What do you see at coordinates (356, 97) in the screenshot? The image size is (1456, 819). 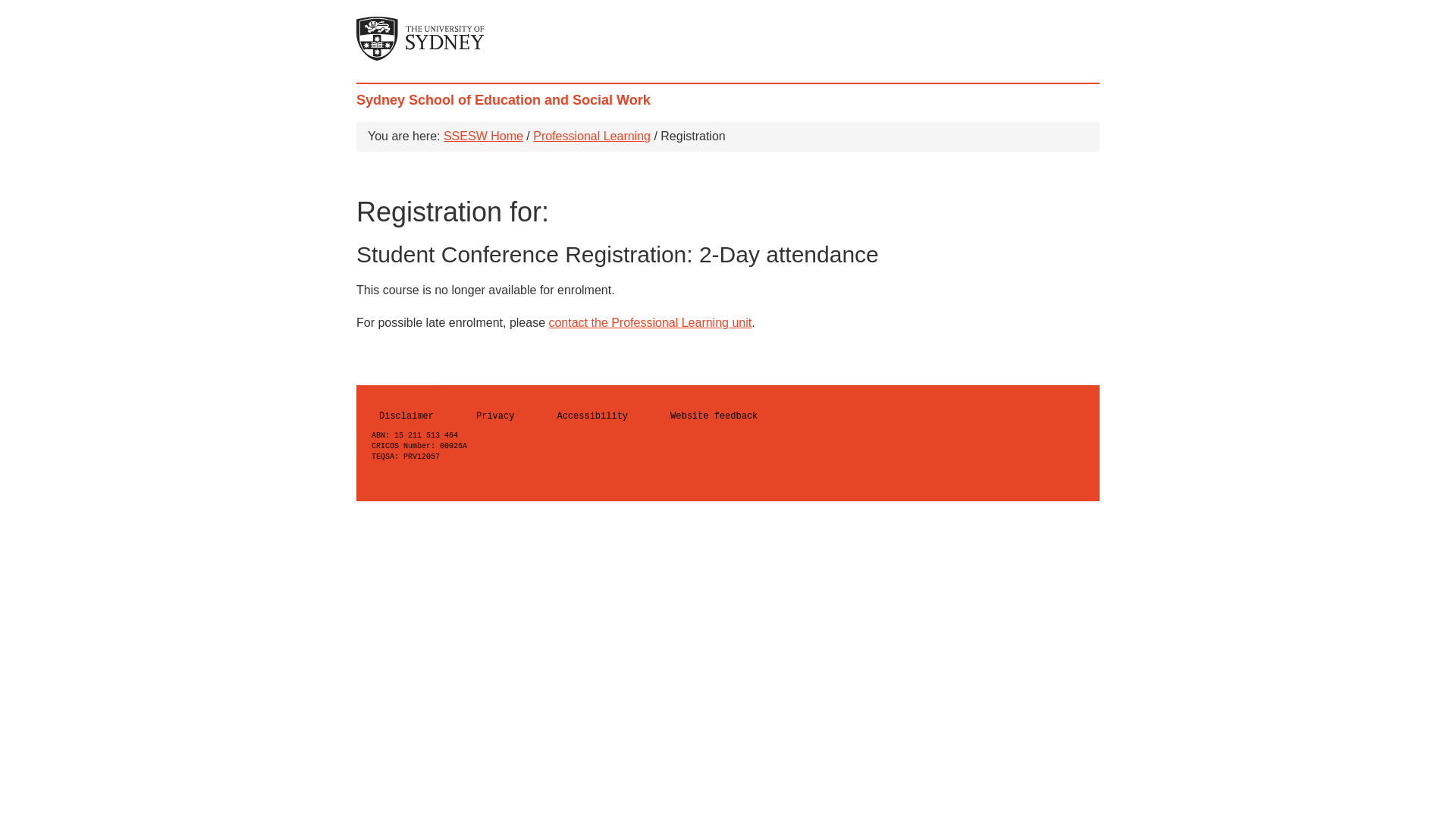 I see `'Sydney School of Education and Social Work'` at bounding box center [356, 97].